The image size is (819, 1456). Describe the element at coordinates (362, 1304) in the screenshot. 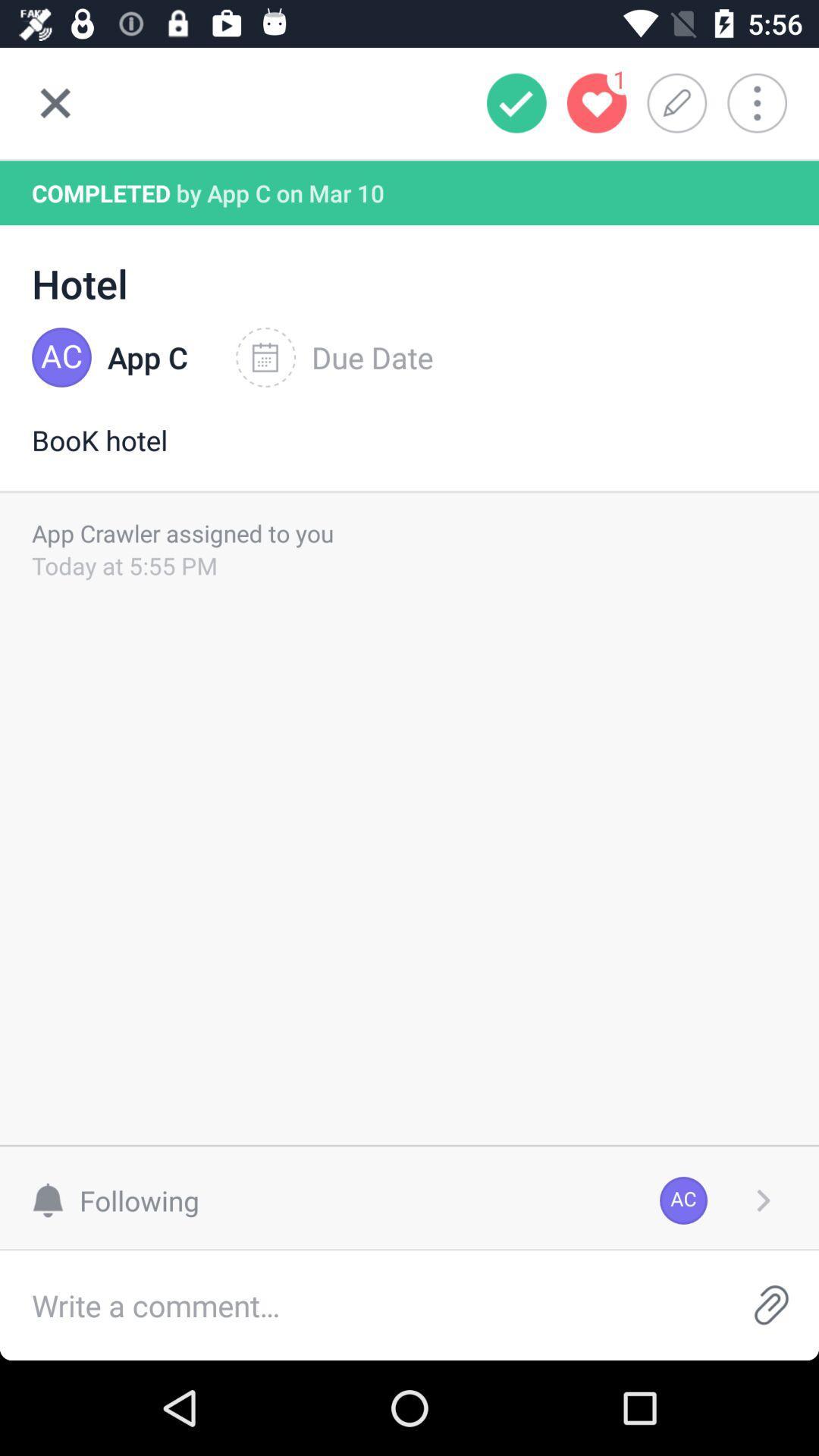

I see `the item below the following` at that location.